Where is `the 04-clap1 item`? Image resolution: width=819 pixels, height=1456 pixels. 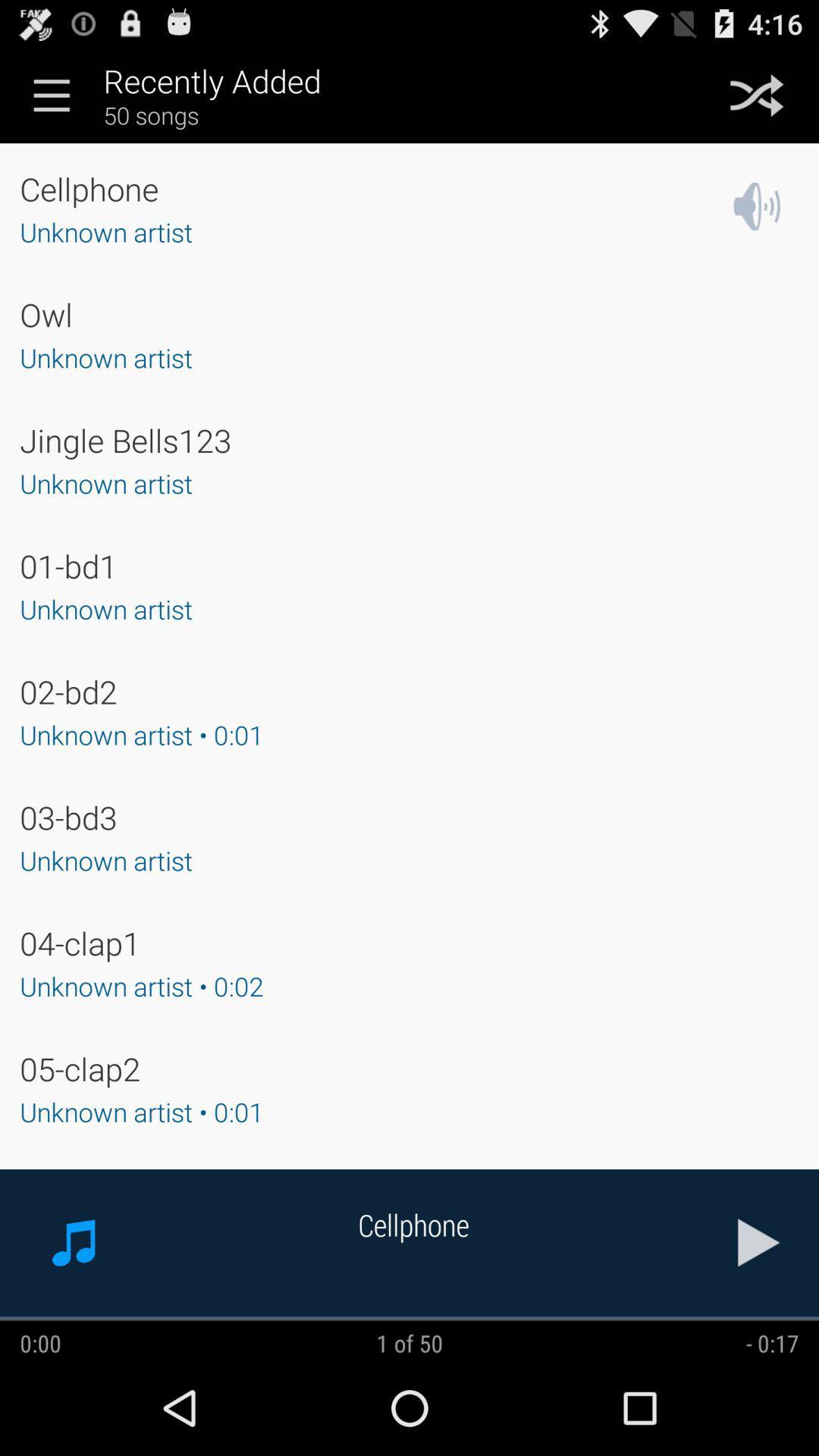 the 04-clap1 item is located at coordinates (80, 942).